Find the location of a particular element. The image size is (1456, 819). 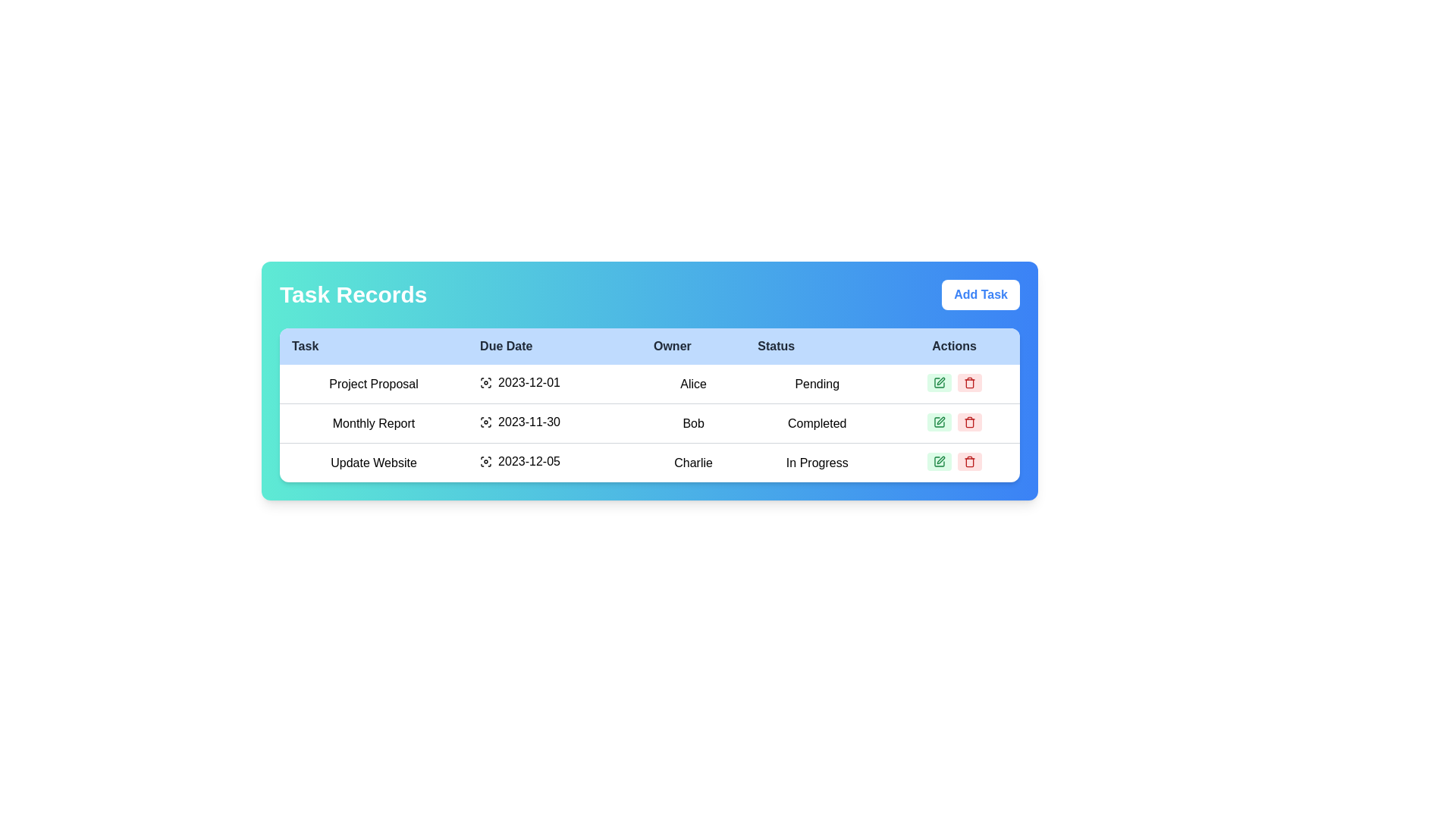

text content of the due date display for the 'Update Website' task, located in the third row under the 'Due Date' header is located at coordinates (554, 461).